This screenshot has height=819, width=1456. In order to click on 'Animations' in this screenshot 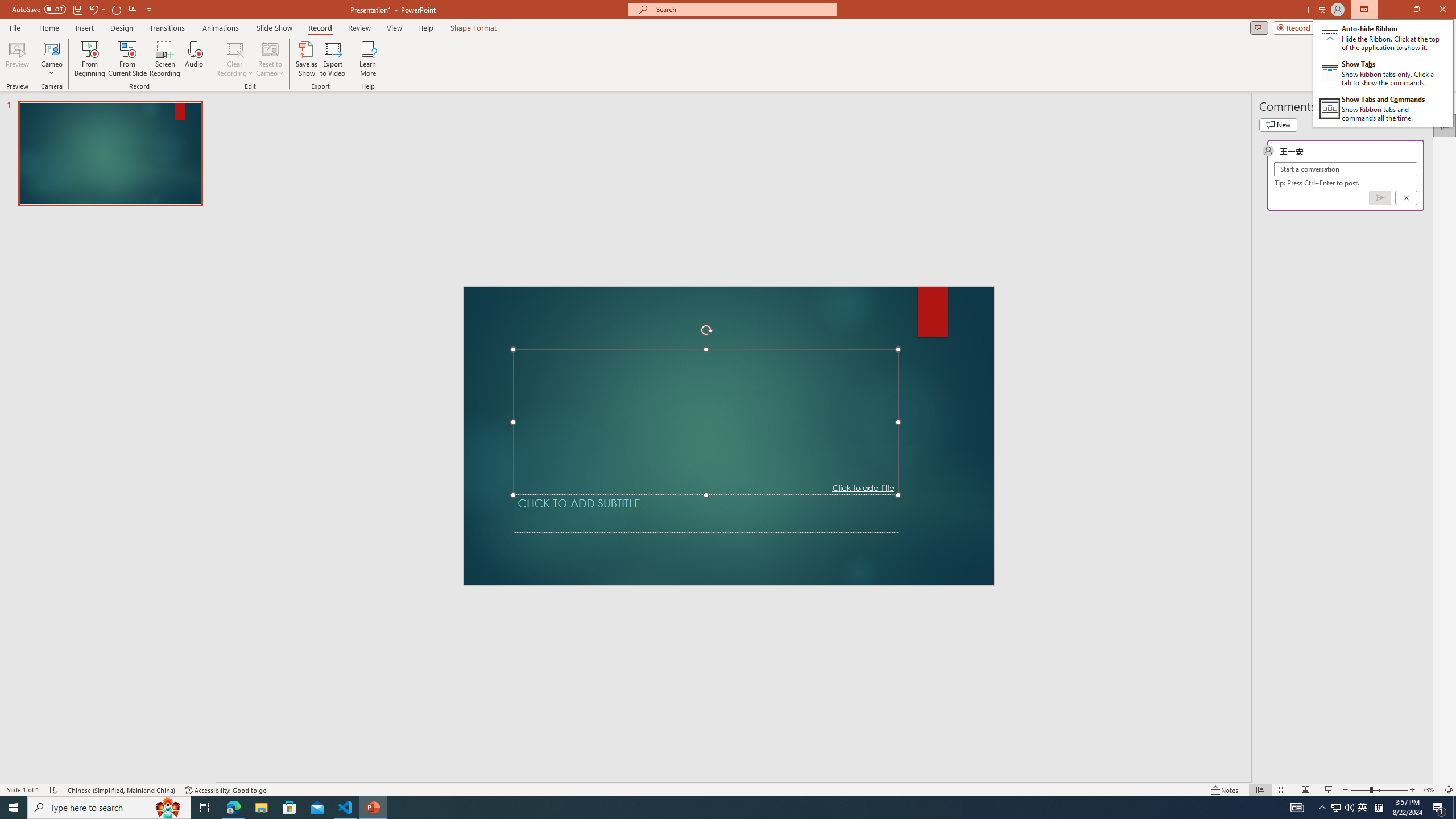, I will do `click(220, 28)`.